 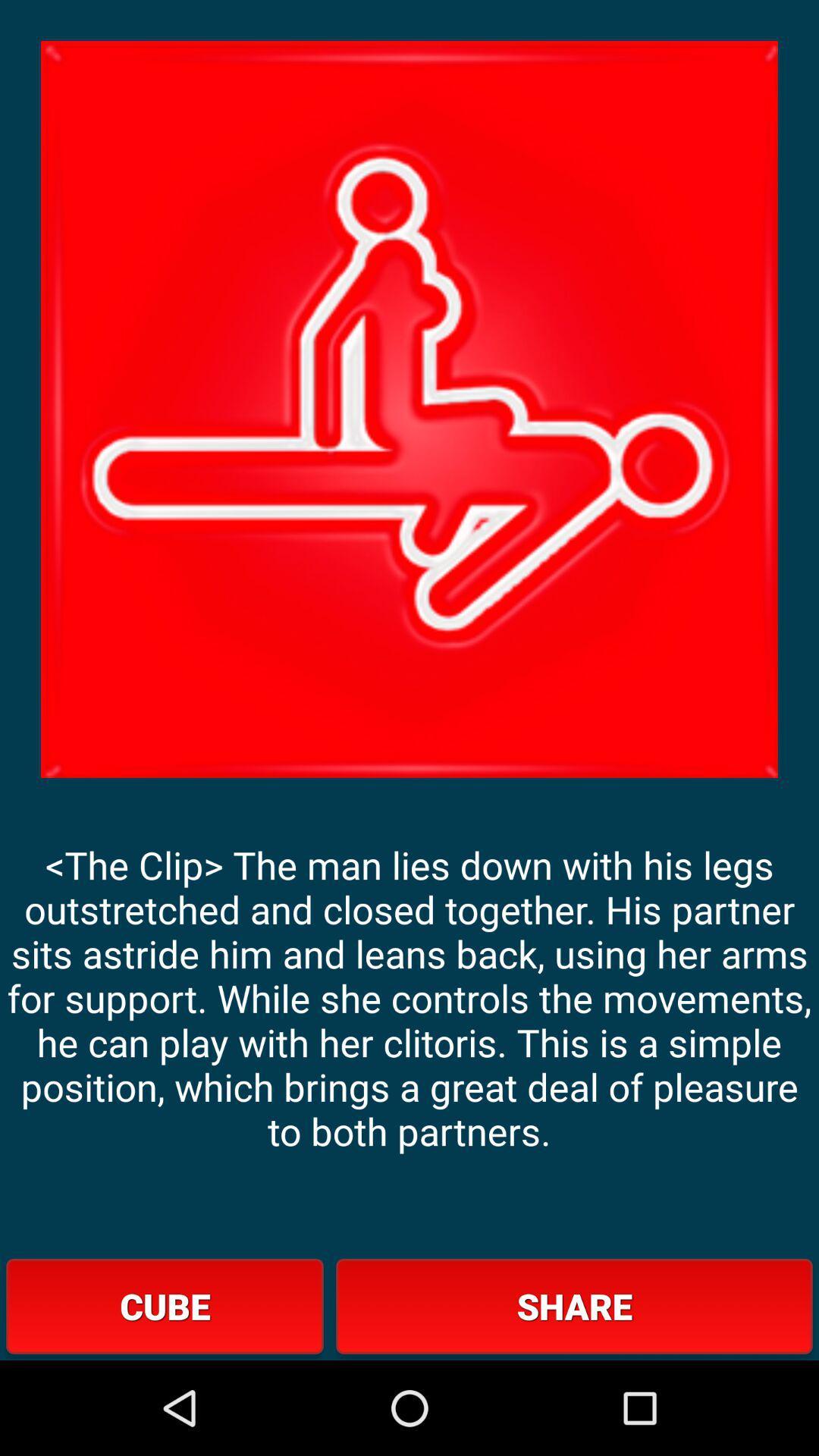 I want to click on button to the left of share button, so click(x=165, y=1305).